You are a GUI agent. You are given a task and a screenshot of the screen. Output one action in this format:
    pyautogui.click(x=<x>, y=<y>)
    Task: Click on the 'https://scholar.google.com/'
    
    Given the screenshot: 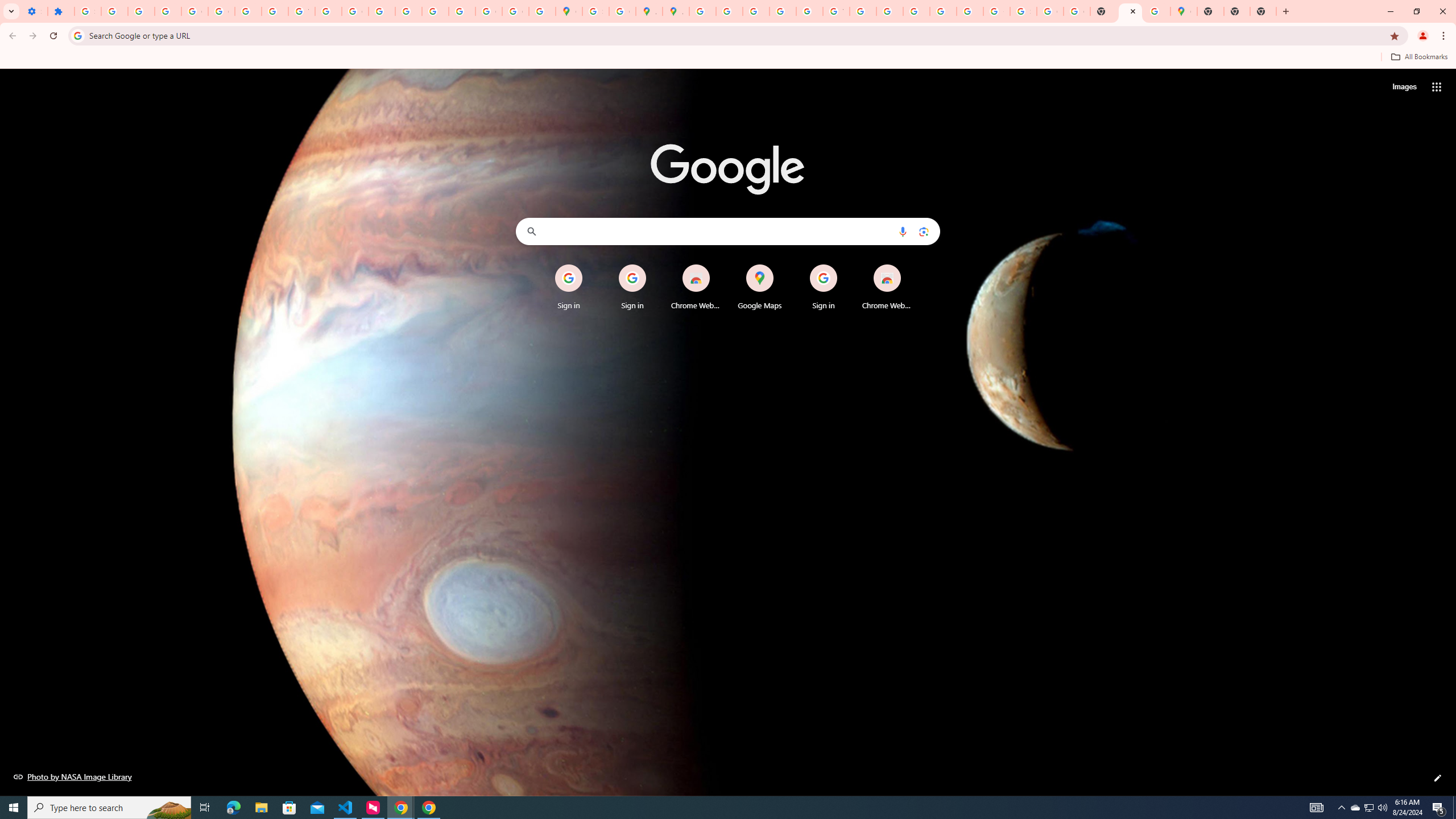 What is the action you would take?
    pyautogui.click(x=328, y=11)
    